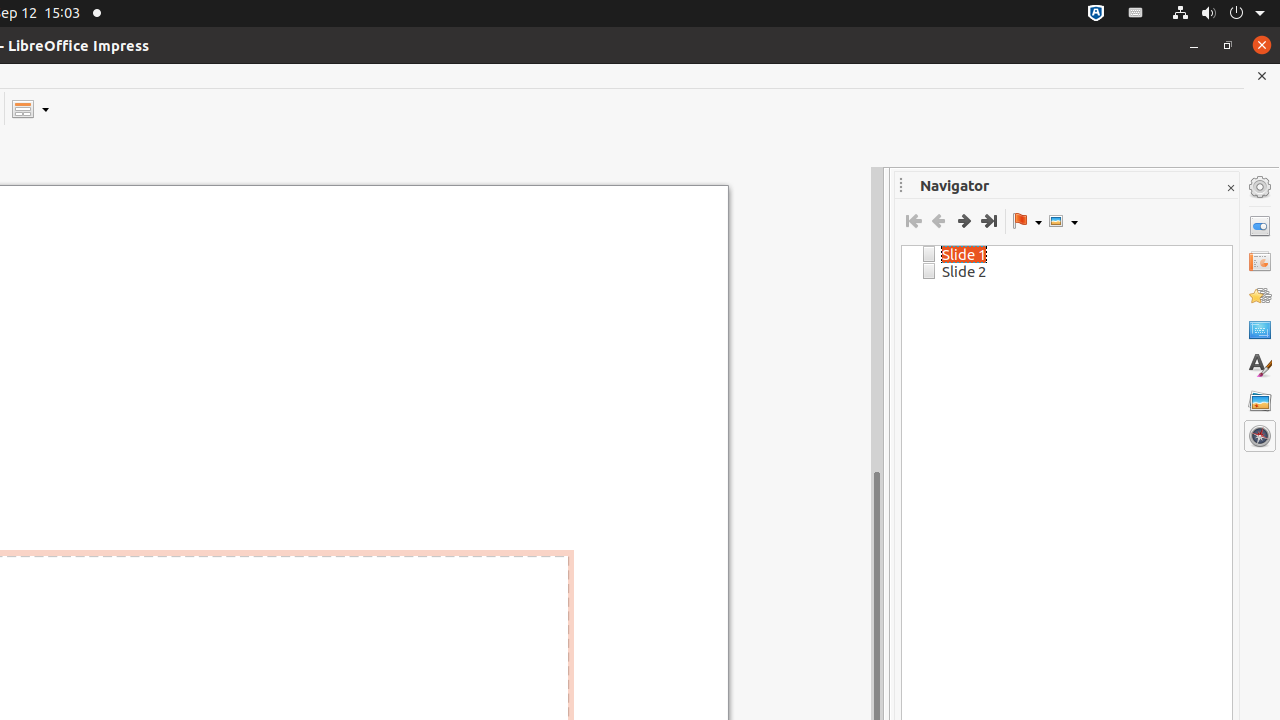  Describe the element at coordinates (988, 221) in the screenshot. I see `'Last Slide'` at that location.